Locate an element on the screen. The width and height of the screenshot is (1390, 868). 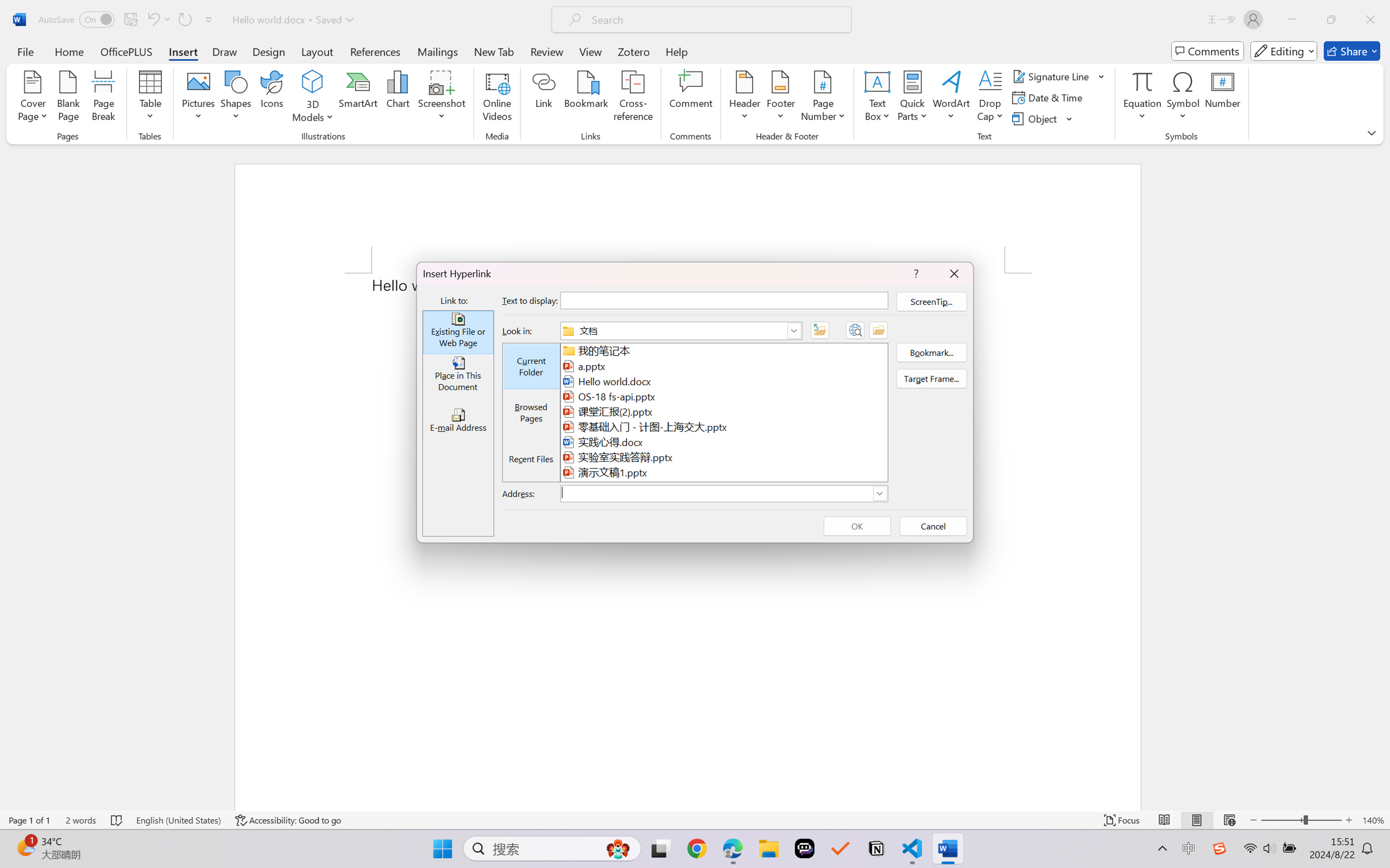
'AutoSave' is located at coordinates (76, 19).